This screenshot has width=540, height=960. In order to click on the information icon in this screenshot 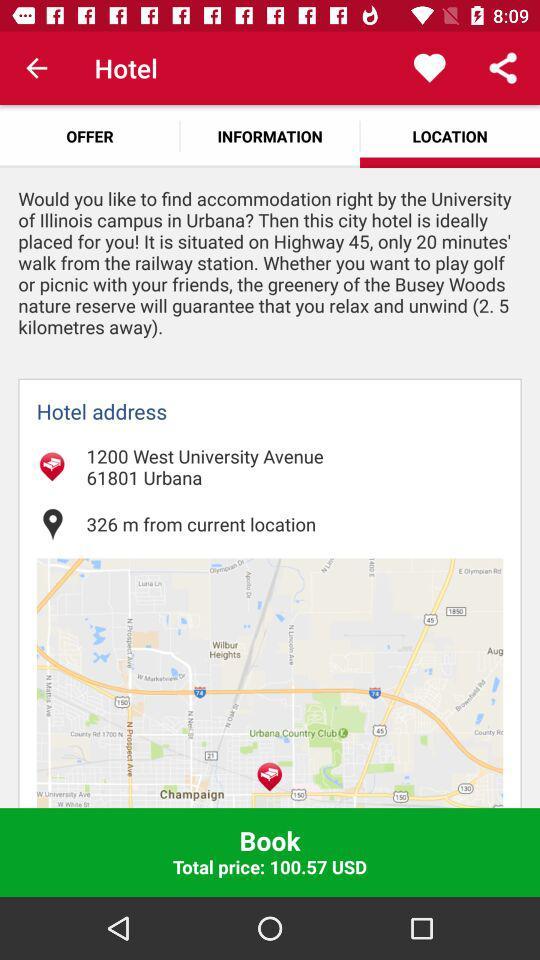, I will do `click(270, 135)`.